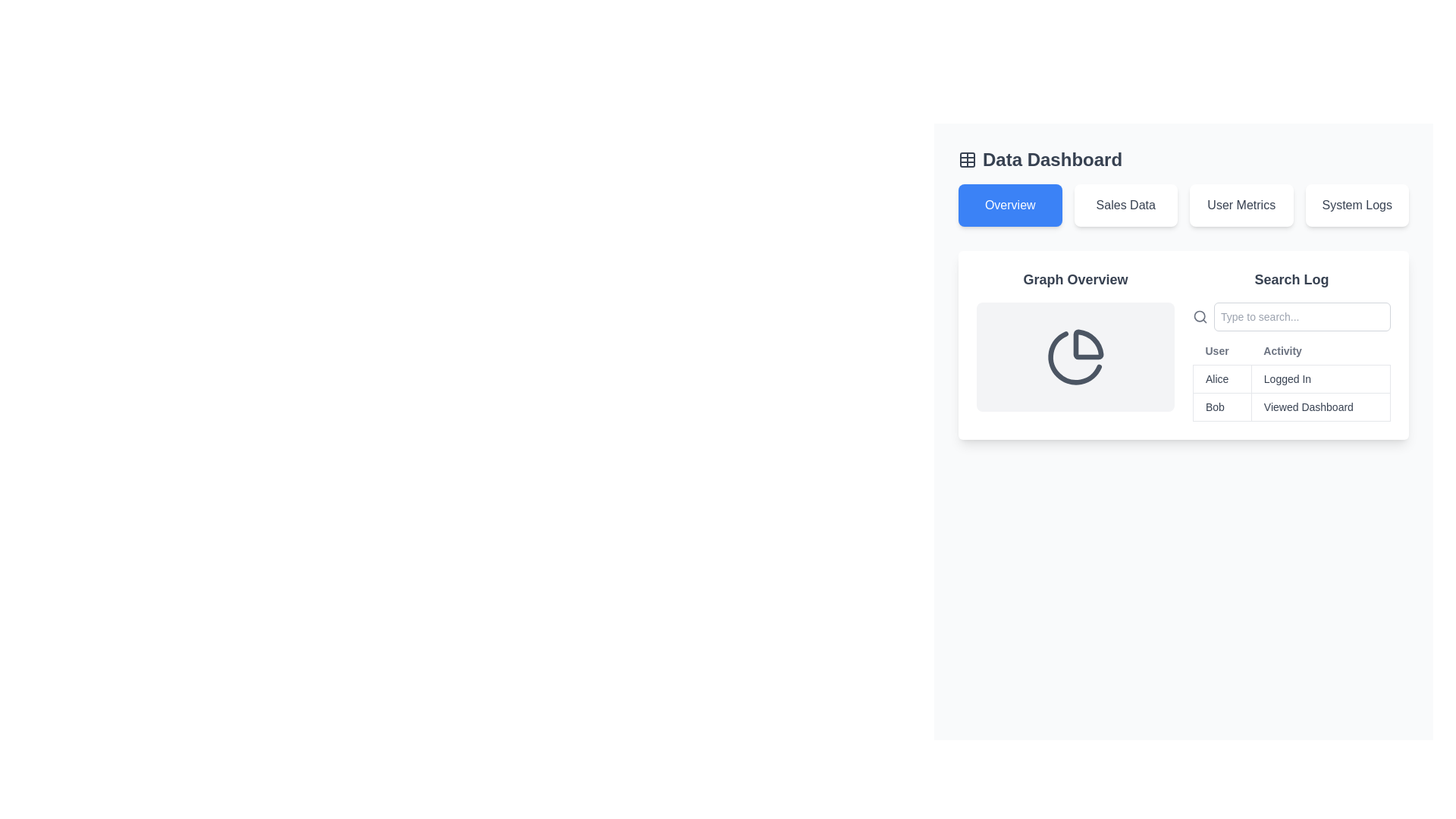 This screenshot has width=1456, height=819. Describe the element at coordinates (967, 160) in the screenshot. I see `the small table grid icon located to the left of the 'Data Dashboard' text, which is positioned at the top-left corner of the interface` at that location.